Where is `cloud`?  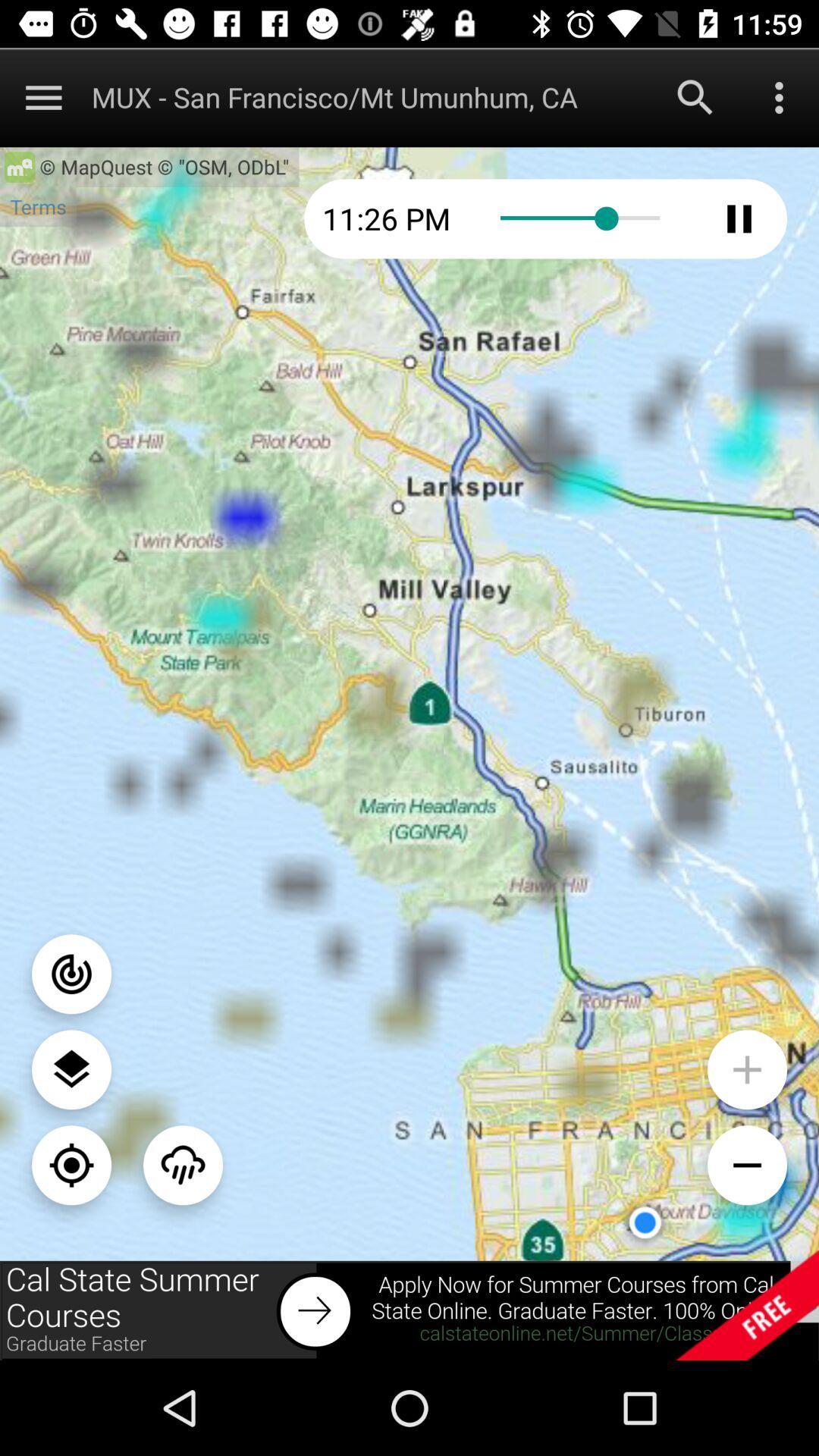
cloud is located at coordinates (182, 1164).